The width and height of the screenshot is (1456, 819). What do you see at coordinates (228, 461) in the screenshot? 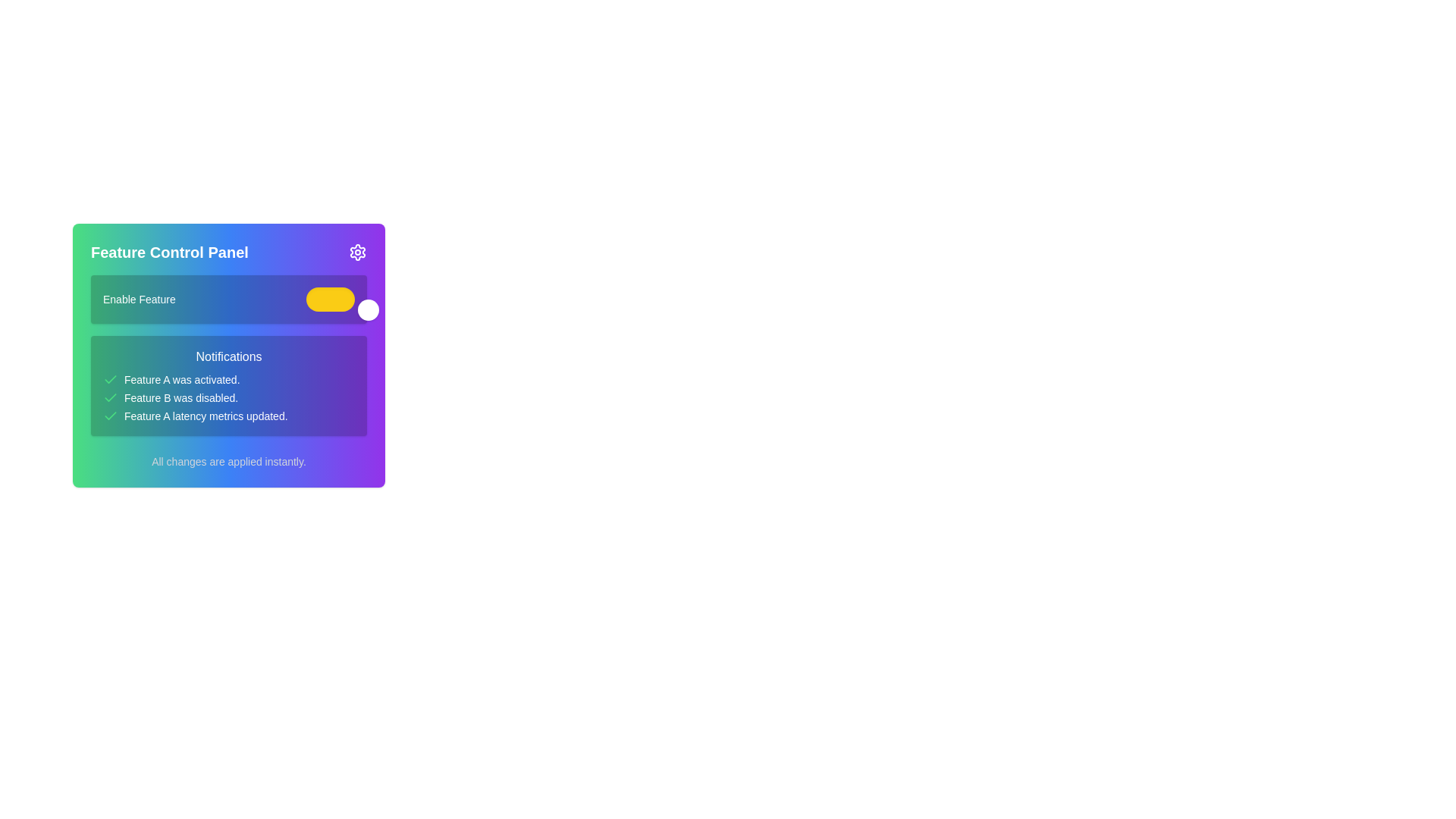
I see `the informational text label reading 'All changes are applied instantly.' located at the bottom center of the card-like panel` at bounding box center [228, 461].